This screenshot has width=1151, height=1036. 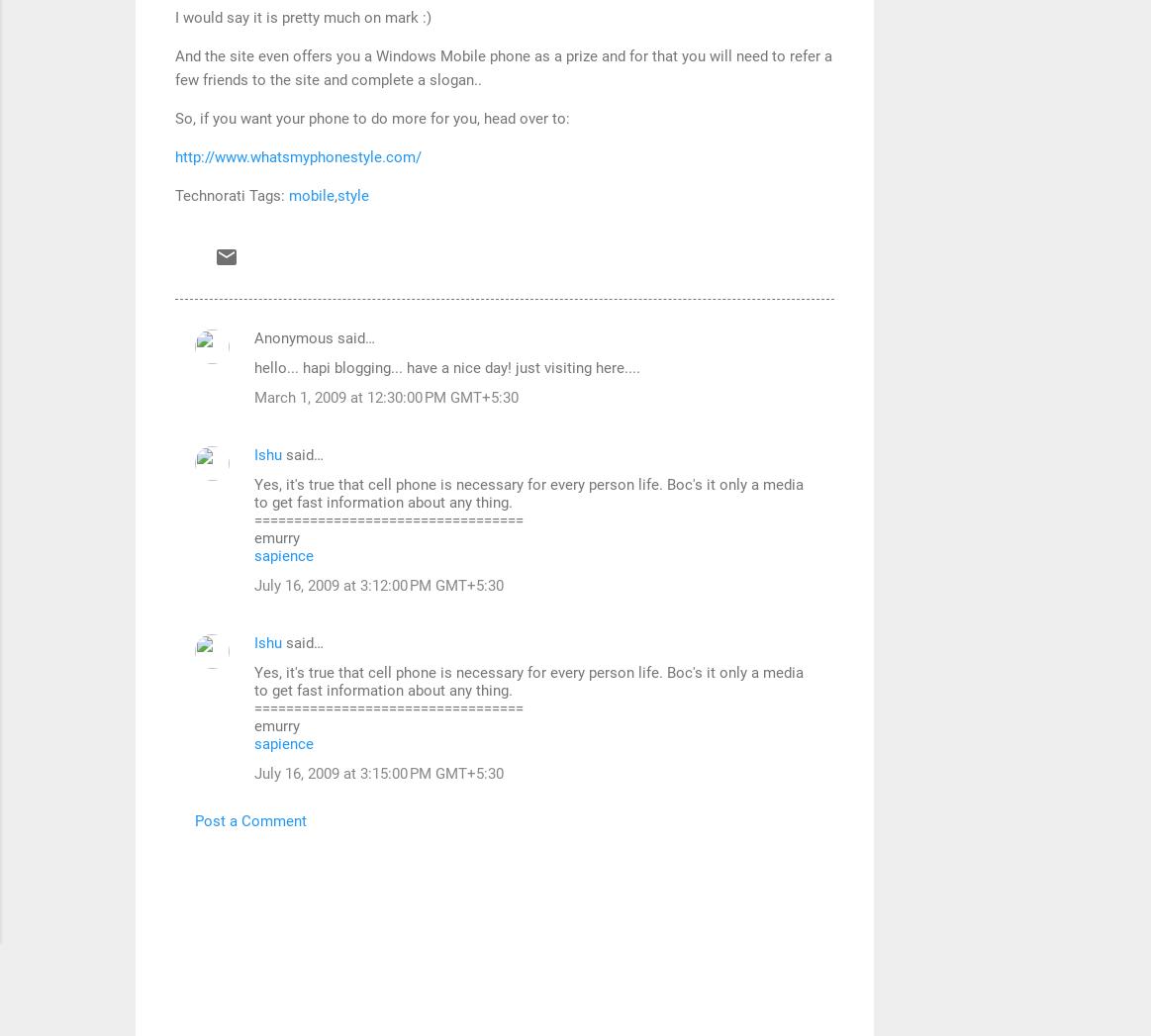 What do you see at coordinates (302, 15) in the screenshot?
I see `'I would say it is pretty much on mark :)'` at bounding box center [302, 15].